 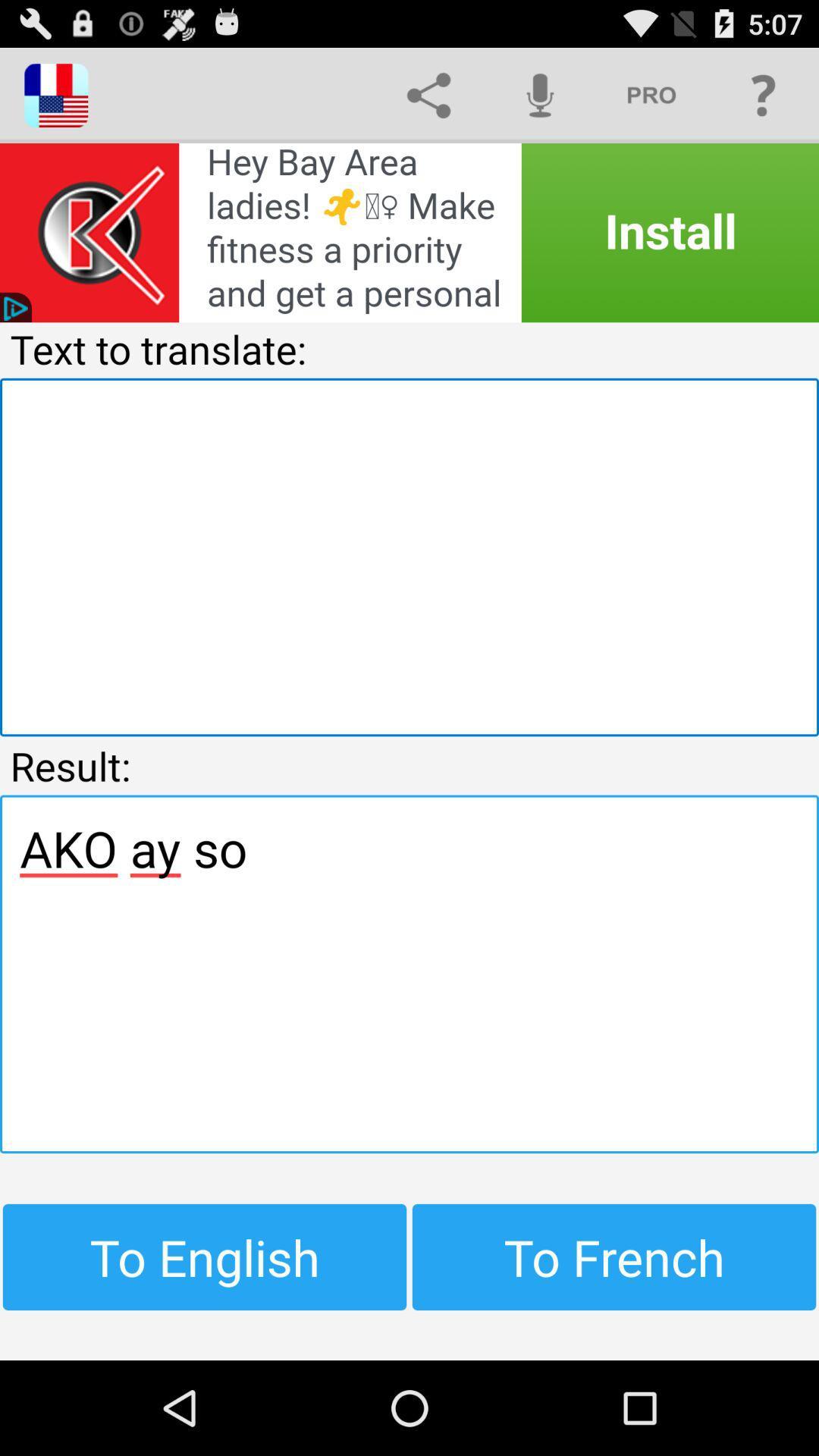 What do you see at coordinates (205, 1257) in the screenshot?
I see `the button beside to french` at bounding box center [205, 1257].